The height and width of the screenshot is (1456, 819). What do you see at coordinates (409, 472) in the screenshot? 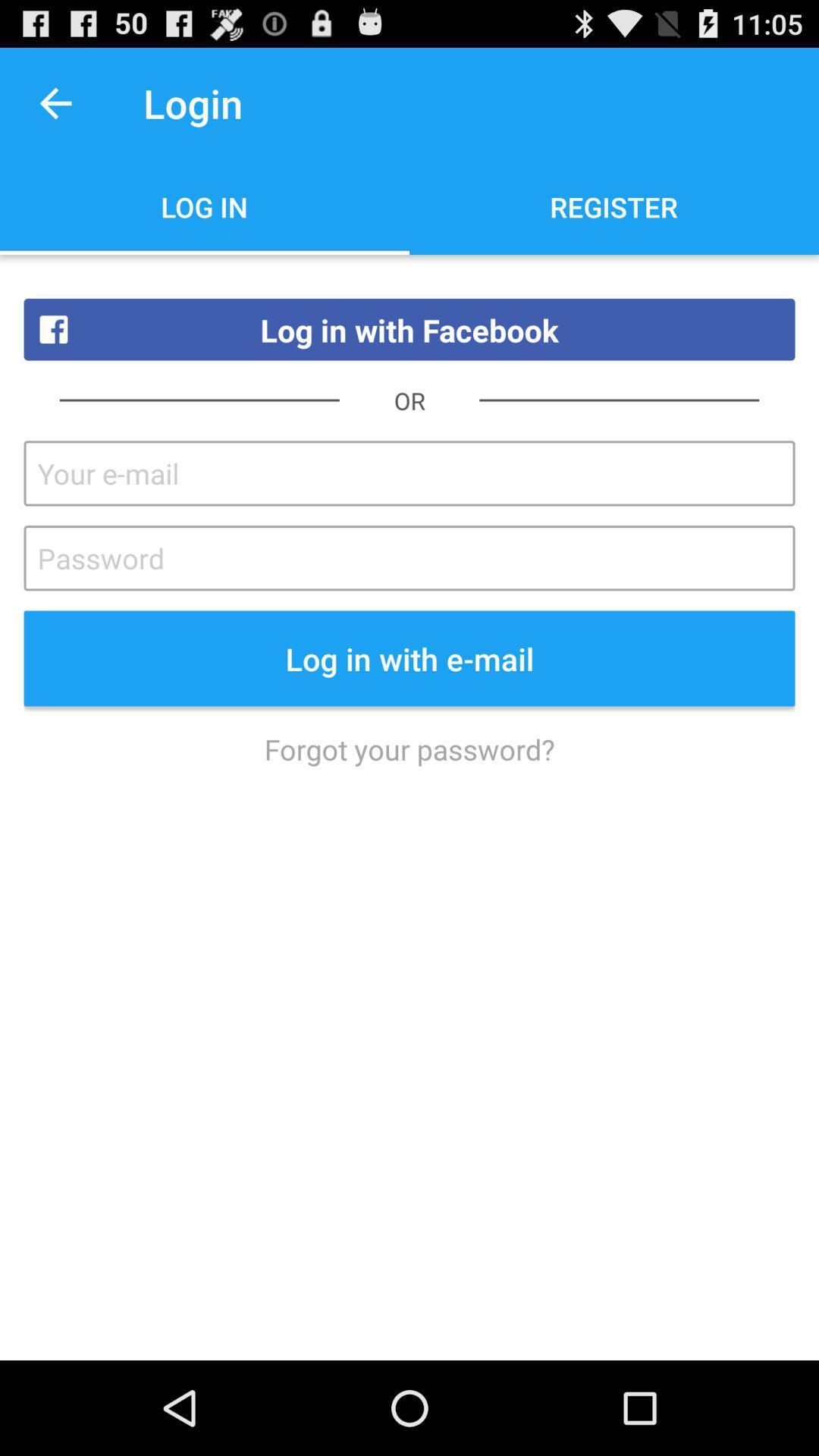
I see `instead of your email just email wiill work better` at bounding box center [409, 472].